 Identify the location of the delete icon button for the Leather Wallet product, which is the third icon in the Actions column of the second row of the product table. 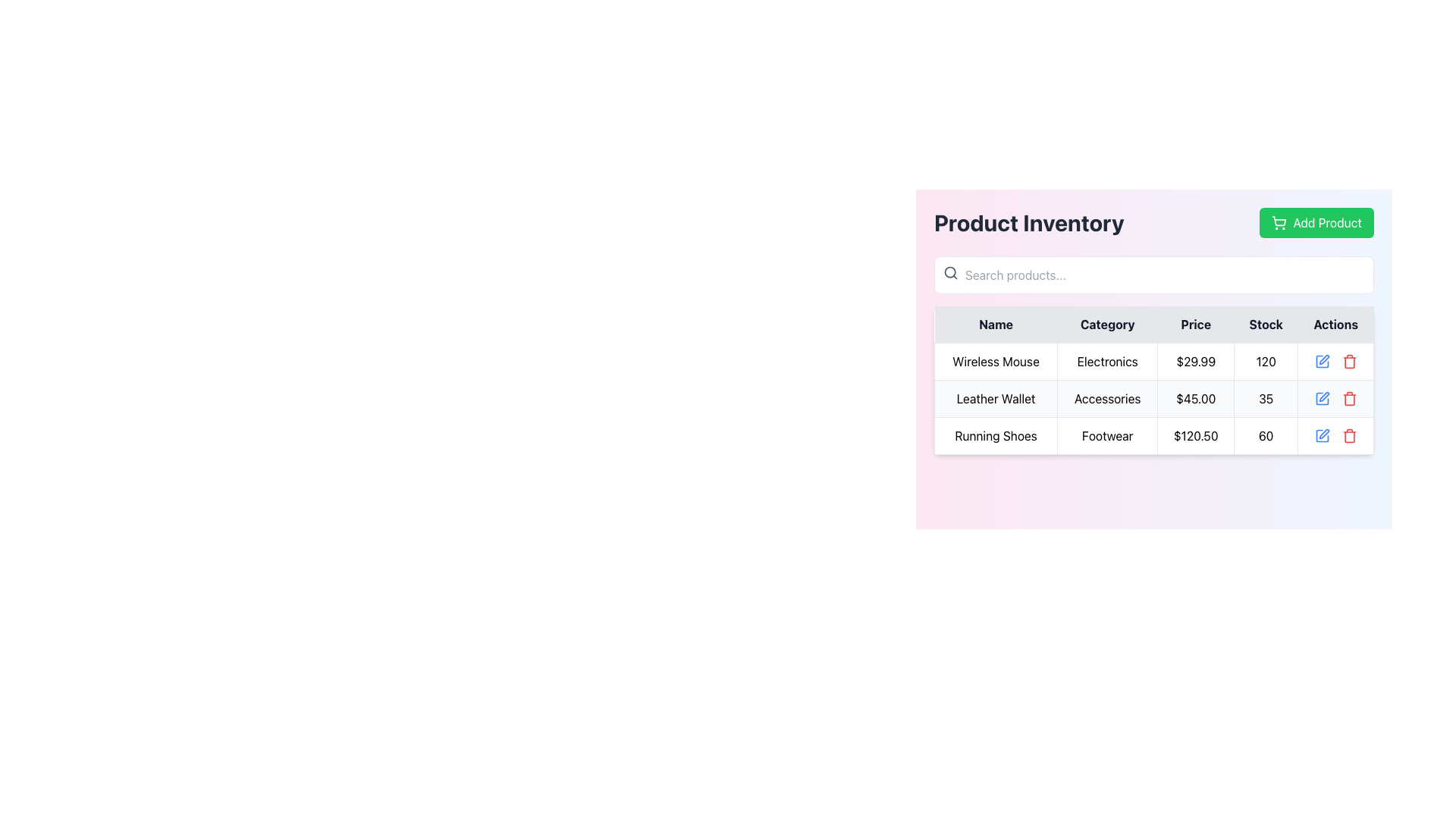
(1349, 397).